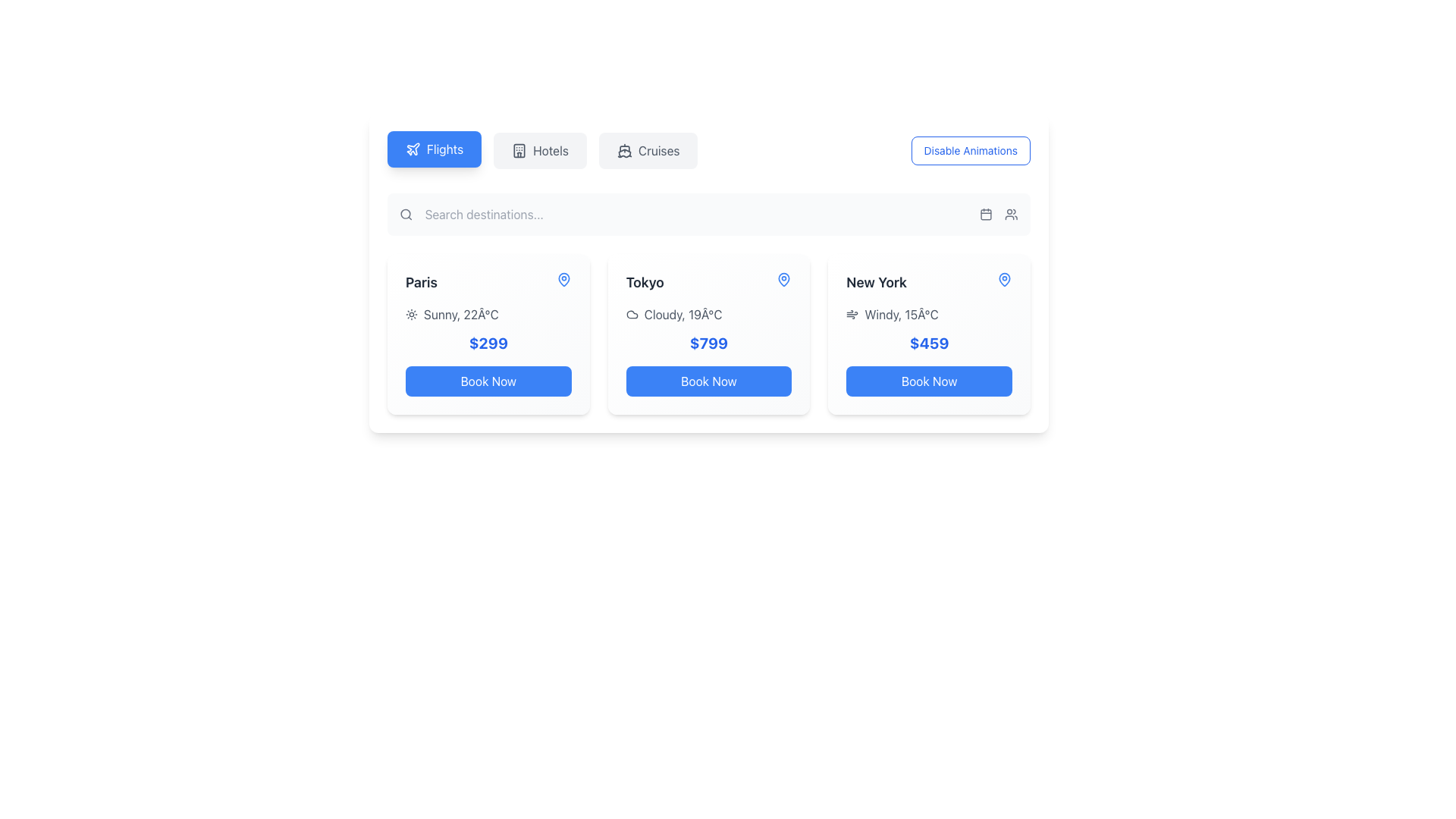 The image size is (1456, 819). What do you see at coordinates (877, 283) in the screenshot?
I see `the text label indicating the name of the location on the rightmost card in the row` at bounding box center [877, 283].